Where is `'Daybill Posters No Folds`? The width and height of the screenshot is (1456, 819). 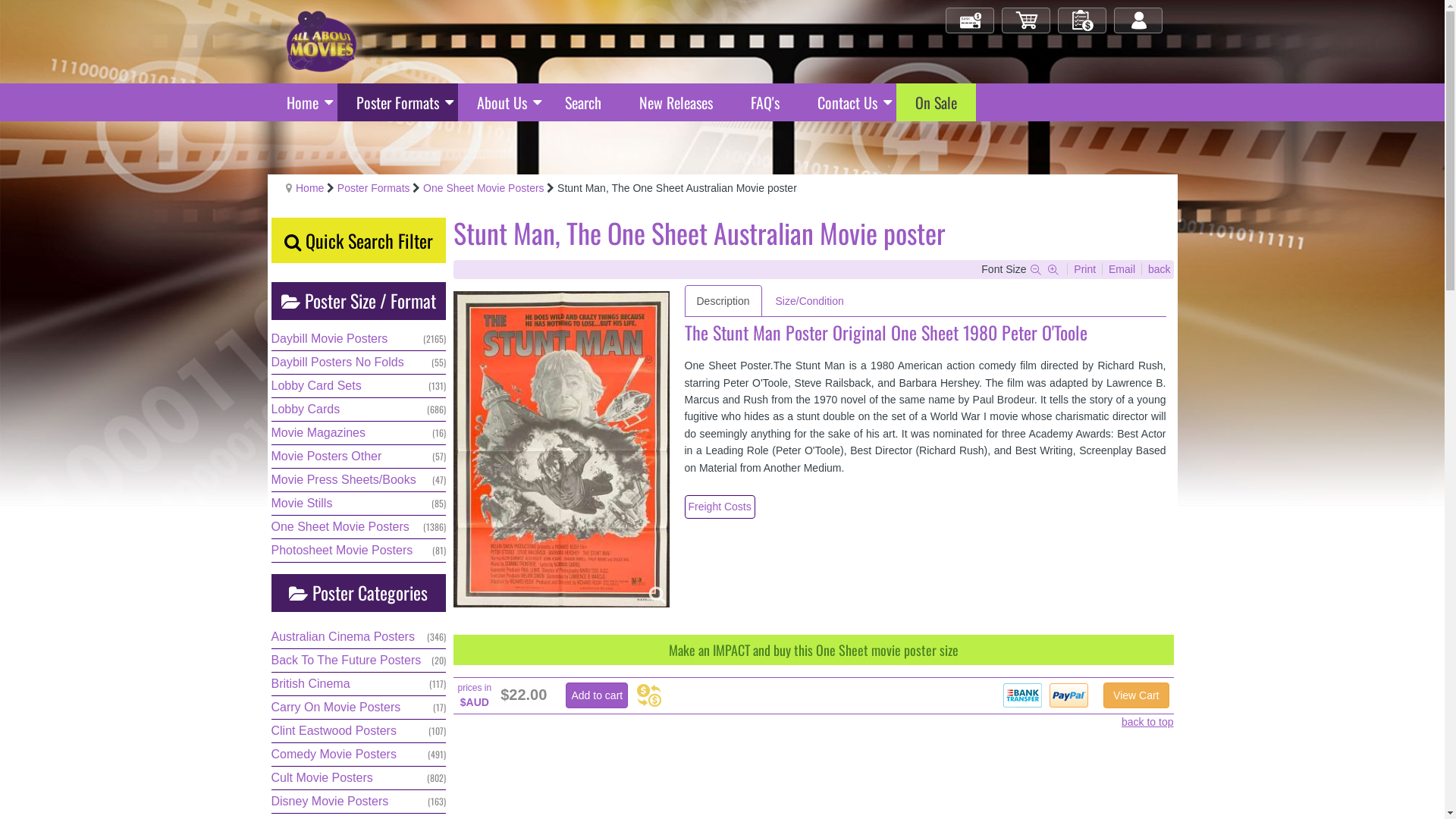
'Daybill Posters No Folds is located at coordinates (358, 362).